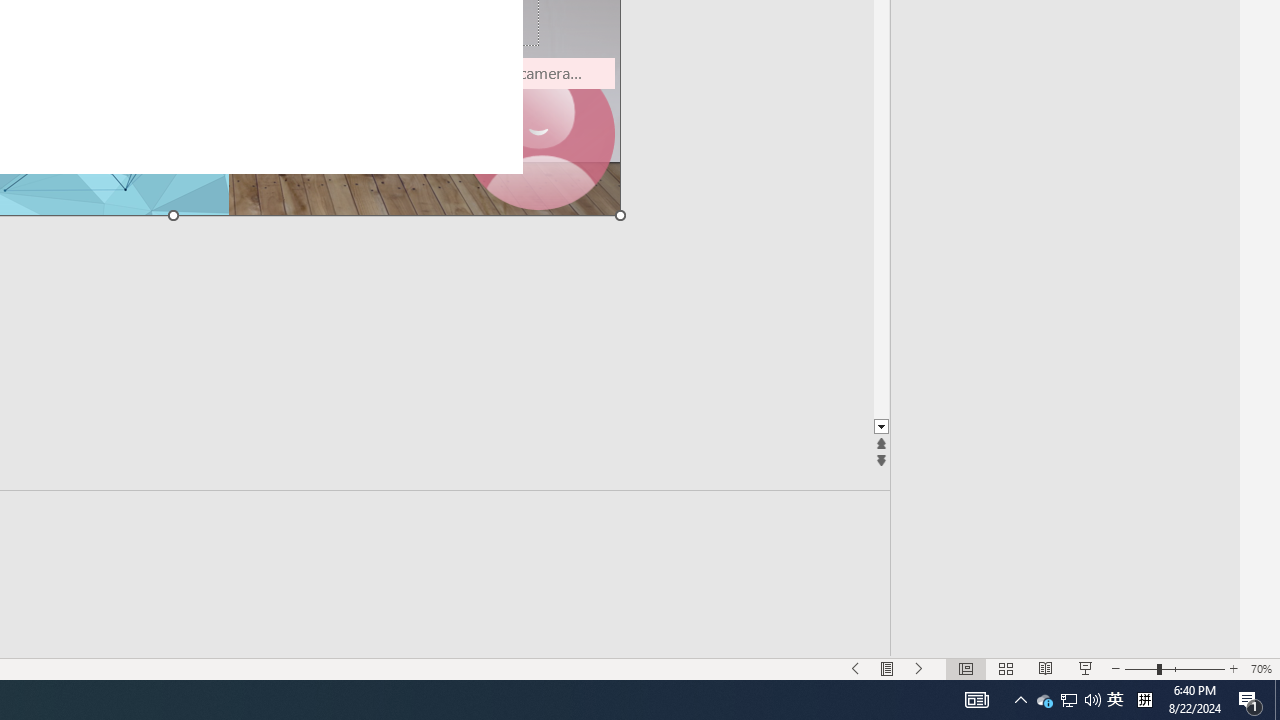 Image resolution: width=1280 pixels, height=720 pixels. What do you see at coordinates (1260, 669) in the screenshot?
I see `'Zoom 70%'` at bounding box center [1260, 669].